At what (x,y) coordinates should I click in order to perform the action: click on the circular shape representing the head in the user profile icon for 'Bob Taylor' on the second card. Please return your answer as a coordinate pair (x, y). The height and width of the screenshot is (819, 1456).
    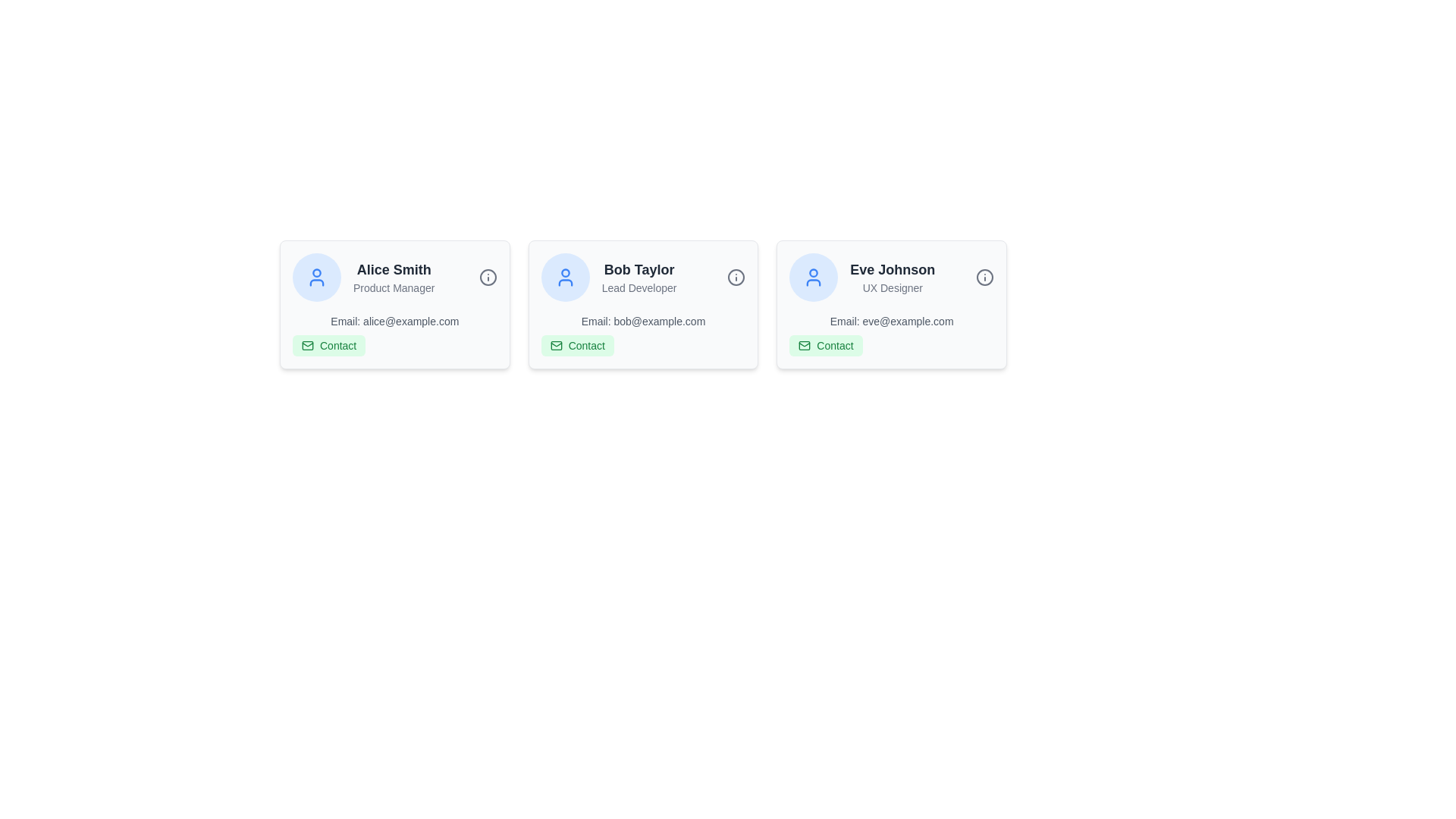
    Looking at the image, I should click on (564, 273).